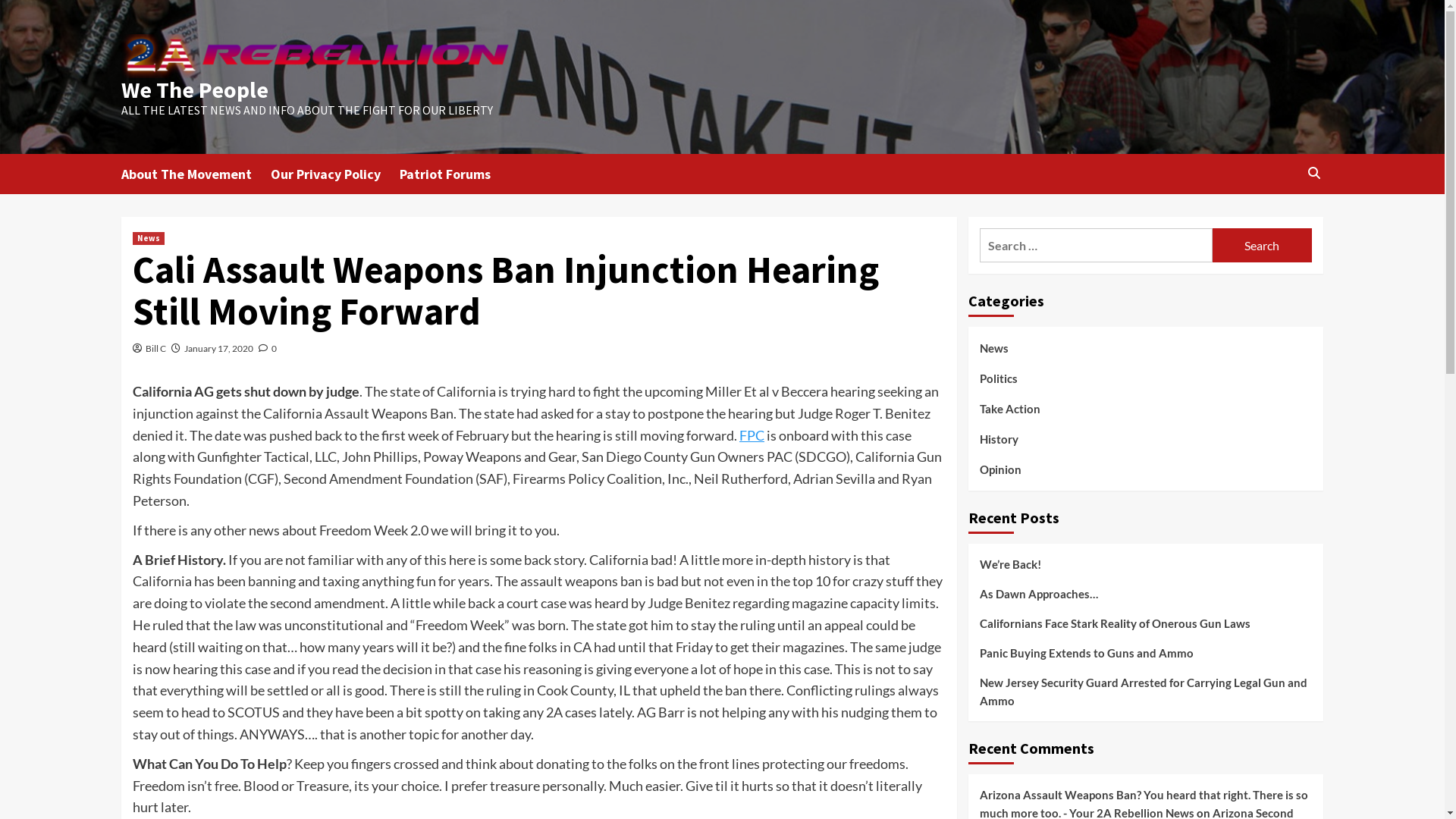 The image size is (1456, 819). I want to click on 'Politics', so click(979, 383).